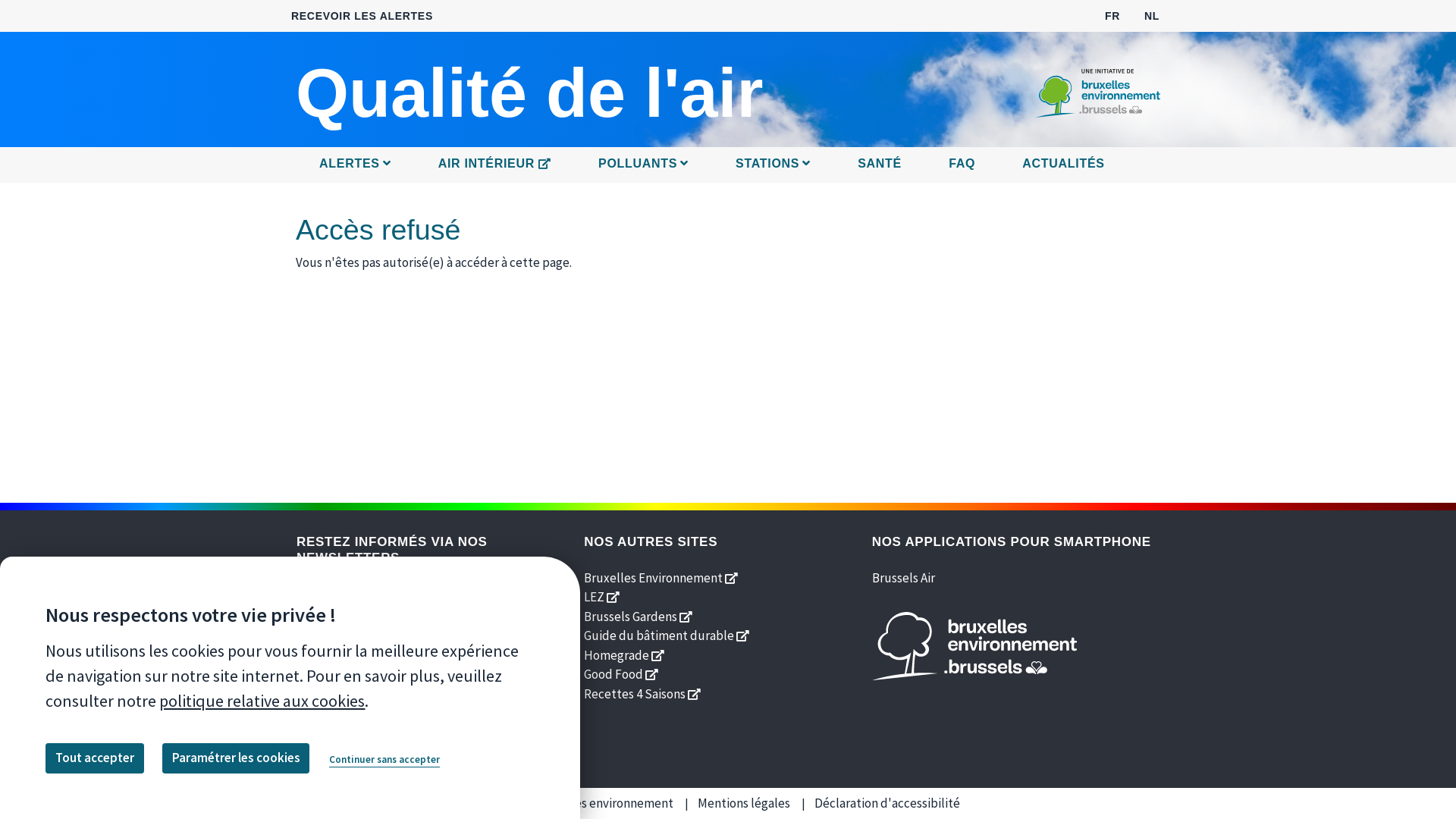  Describe the element at coordinates (379, 686) in the screenshot. I see `'Youtube'` at that location.